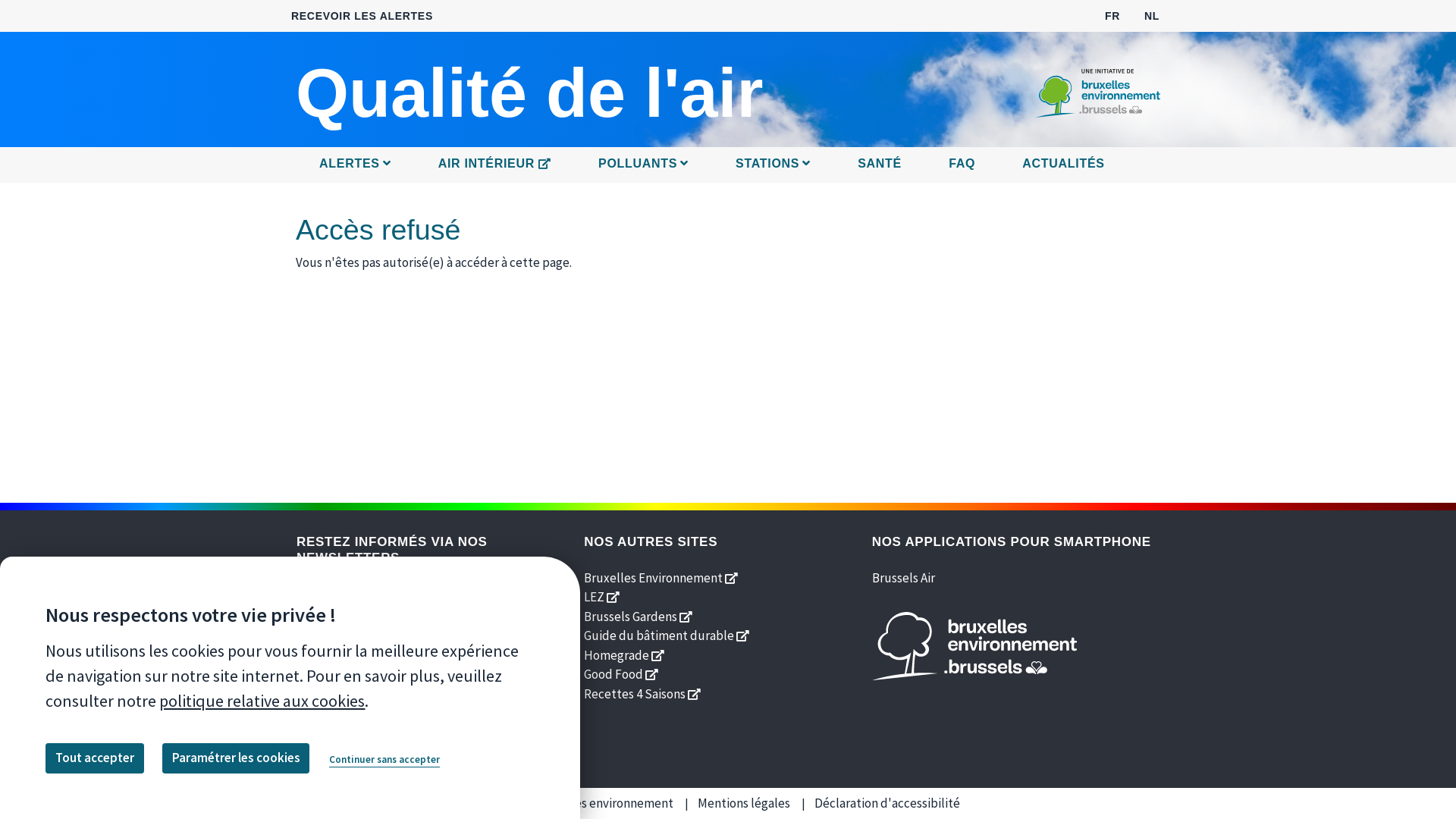  Describe the element at coordinates (379, 686) in the screenshot. I see `'Youtube'` at that location.